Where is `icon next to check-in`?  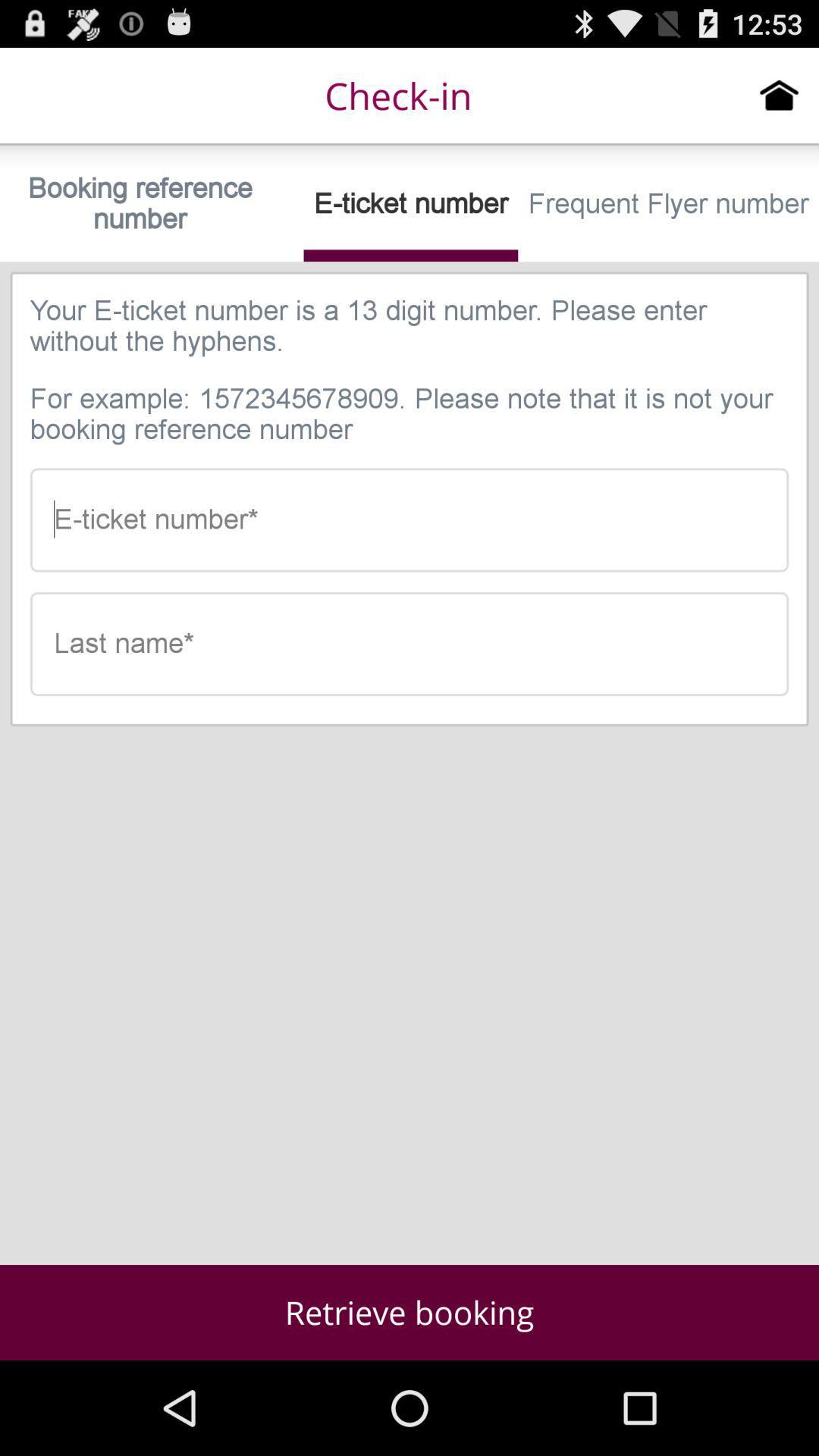
icon next to check-in is located at coordinates (779, 94).